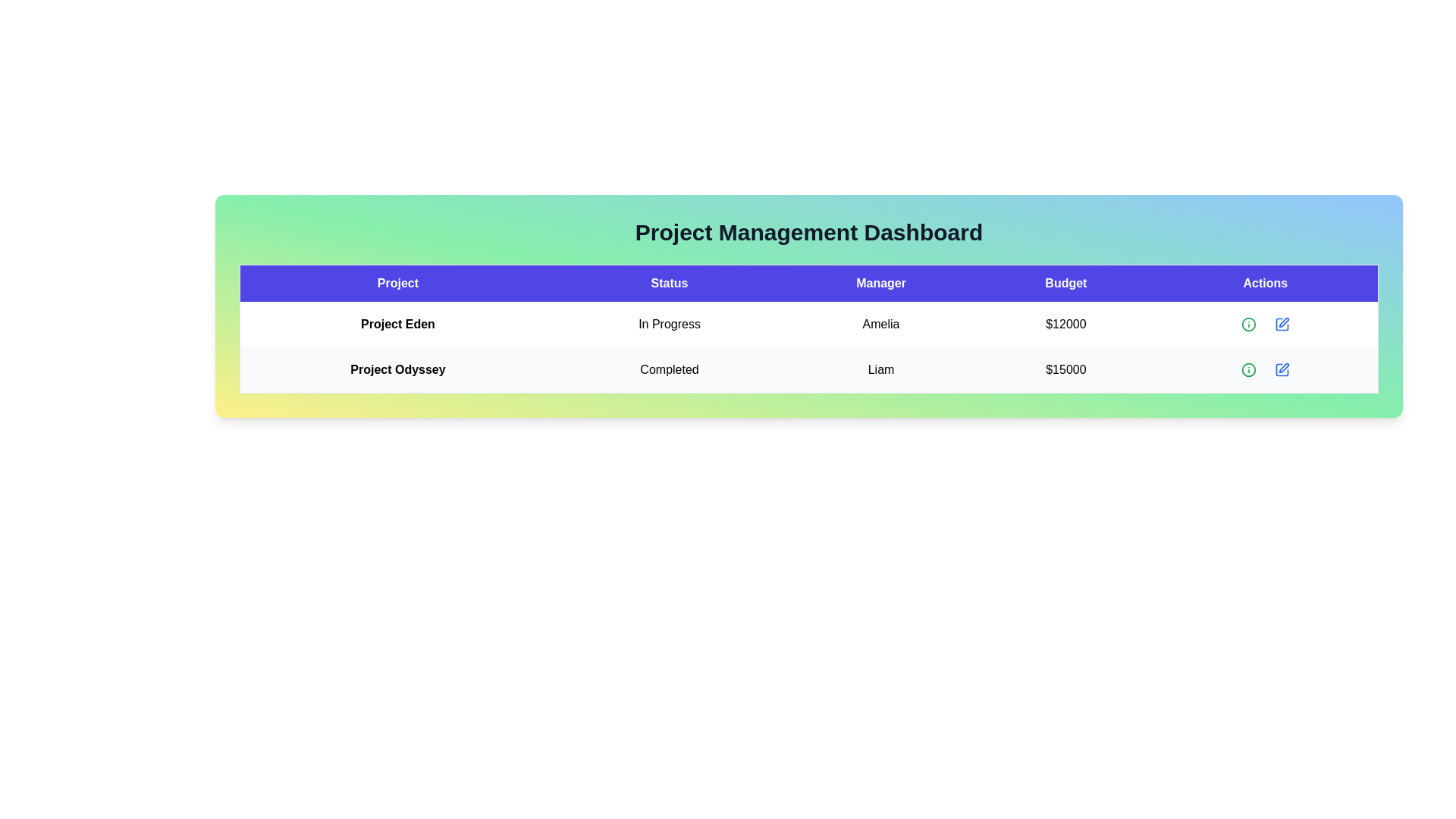 This screenshot has width=1456, height=819. I want to click on the text display showing 'Liam' in black text, located in the third column of the second row of the table, so click(880, 370).